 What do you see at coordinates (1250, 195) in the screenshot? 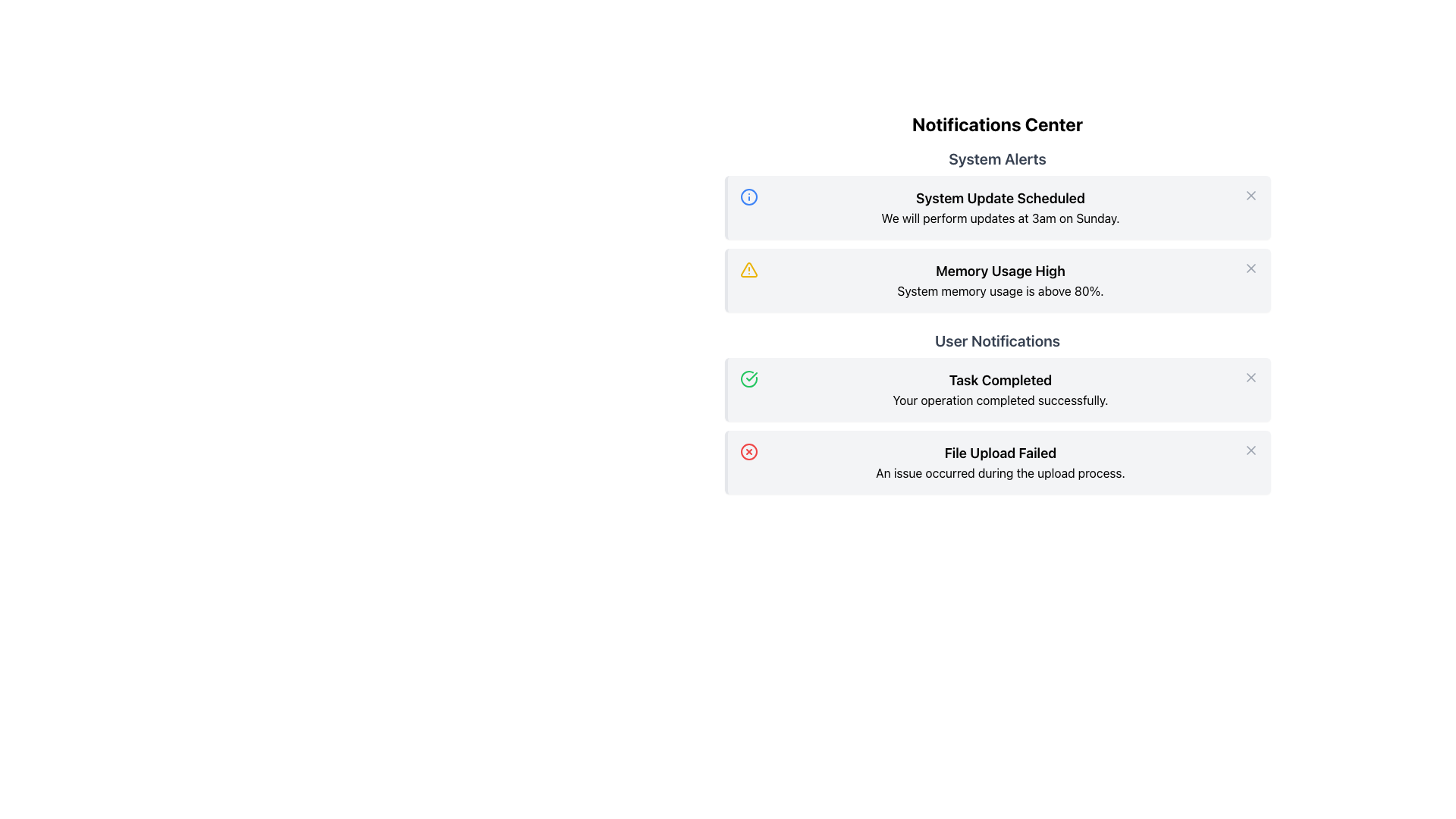
I see `the dismiss button for the 'System Update Scheduled' notification to change its color` at bounding box center [1250, 195].